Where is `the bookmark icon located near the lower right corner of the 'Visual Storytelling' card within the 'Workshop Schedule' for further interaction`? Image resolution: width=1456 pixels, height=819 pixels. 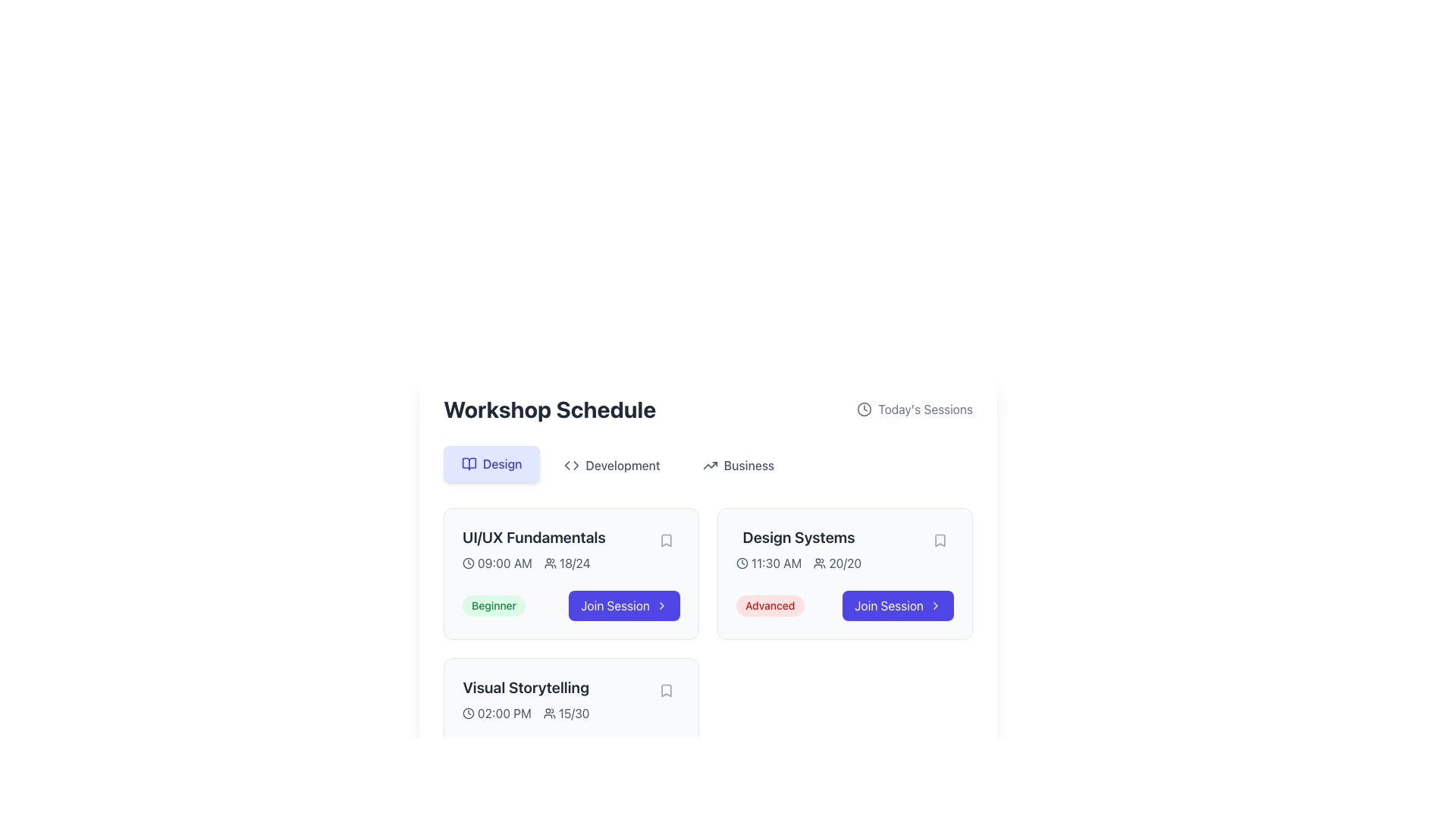 the bookmark icon located near the lower right corner of the 'Visual Storytelling' card within the 'Workshop Schedule' for further interaction is located at coordinates (666, 690).